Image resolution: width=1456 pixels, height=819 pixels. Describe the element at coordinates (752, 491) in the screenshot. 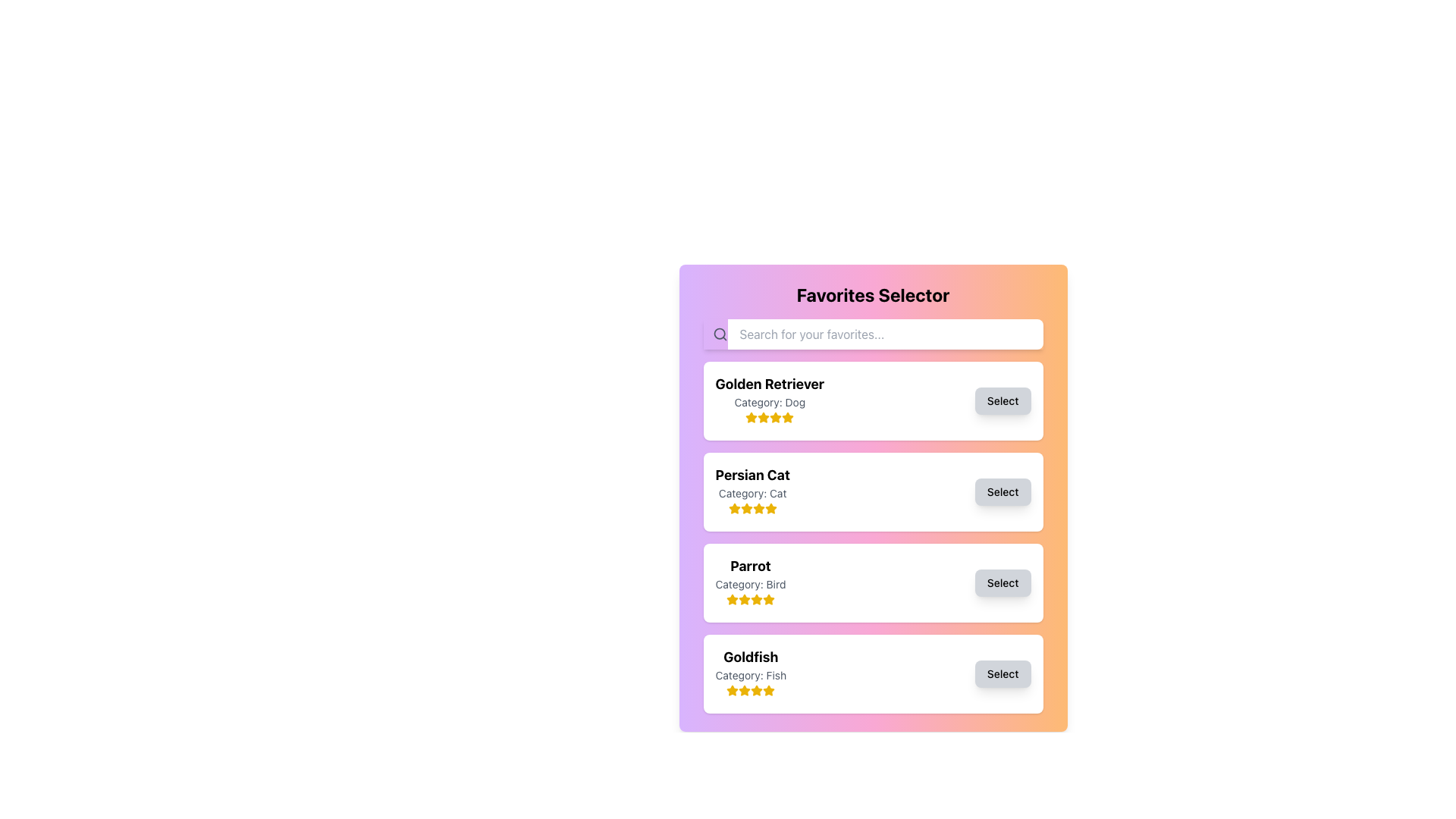

I see `the 'Persian Cat' text display with star rating in the 'Favorites Selector' section` at that location.